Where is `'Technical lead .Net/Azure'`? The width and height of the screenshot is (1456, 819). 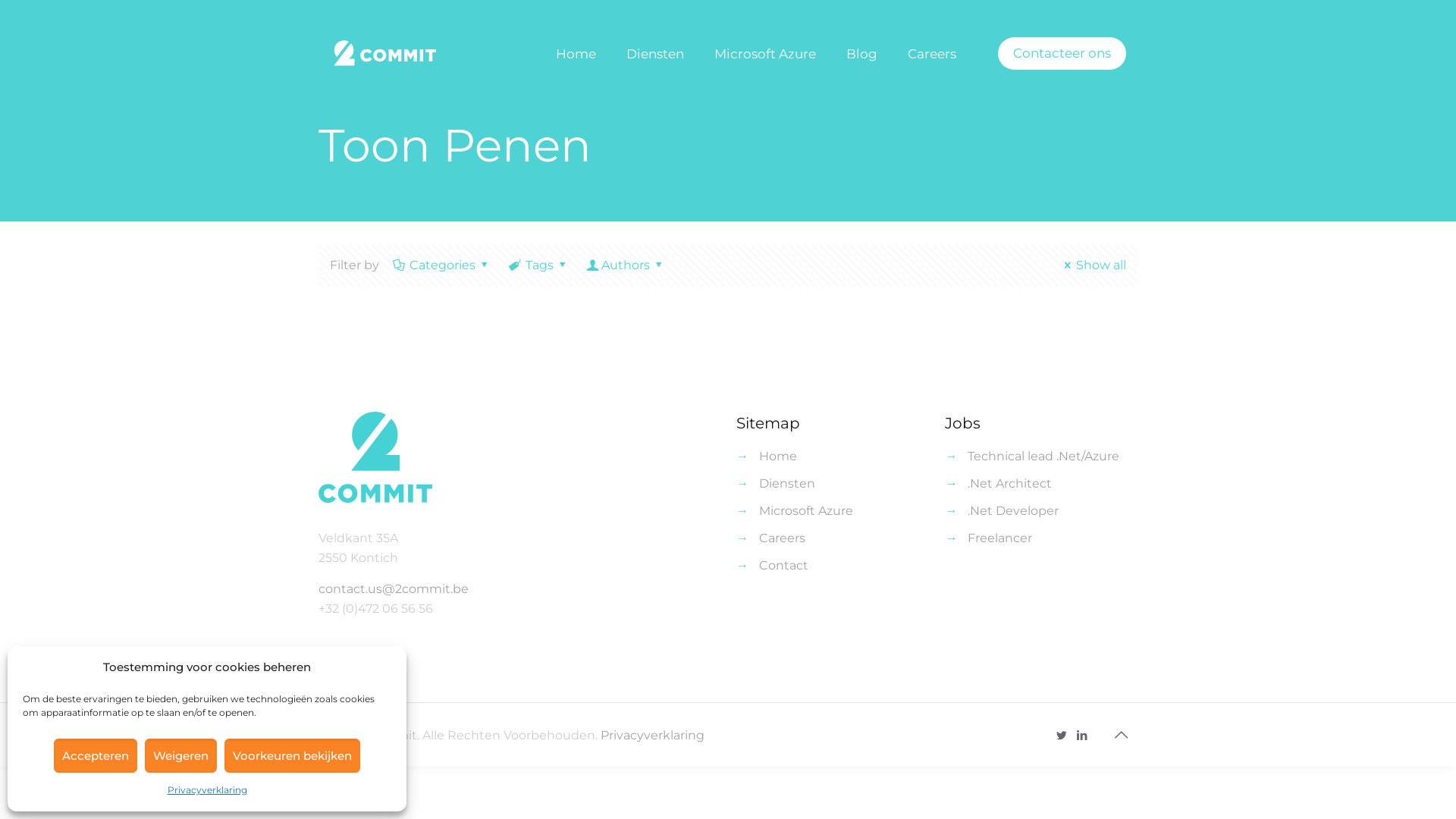
'Technical lead .Net/Azure' is located at coordinates (1043, 455).